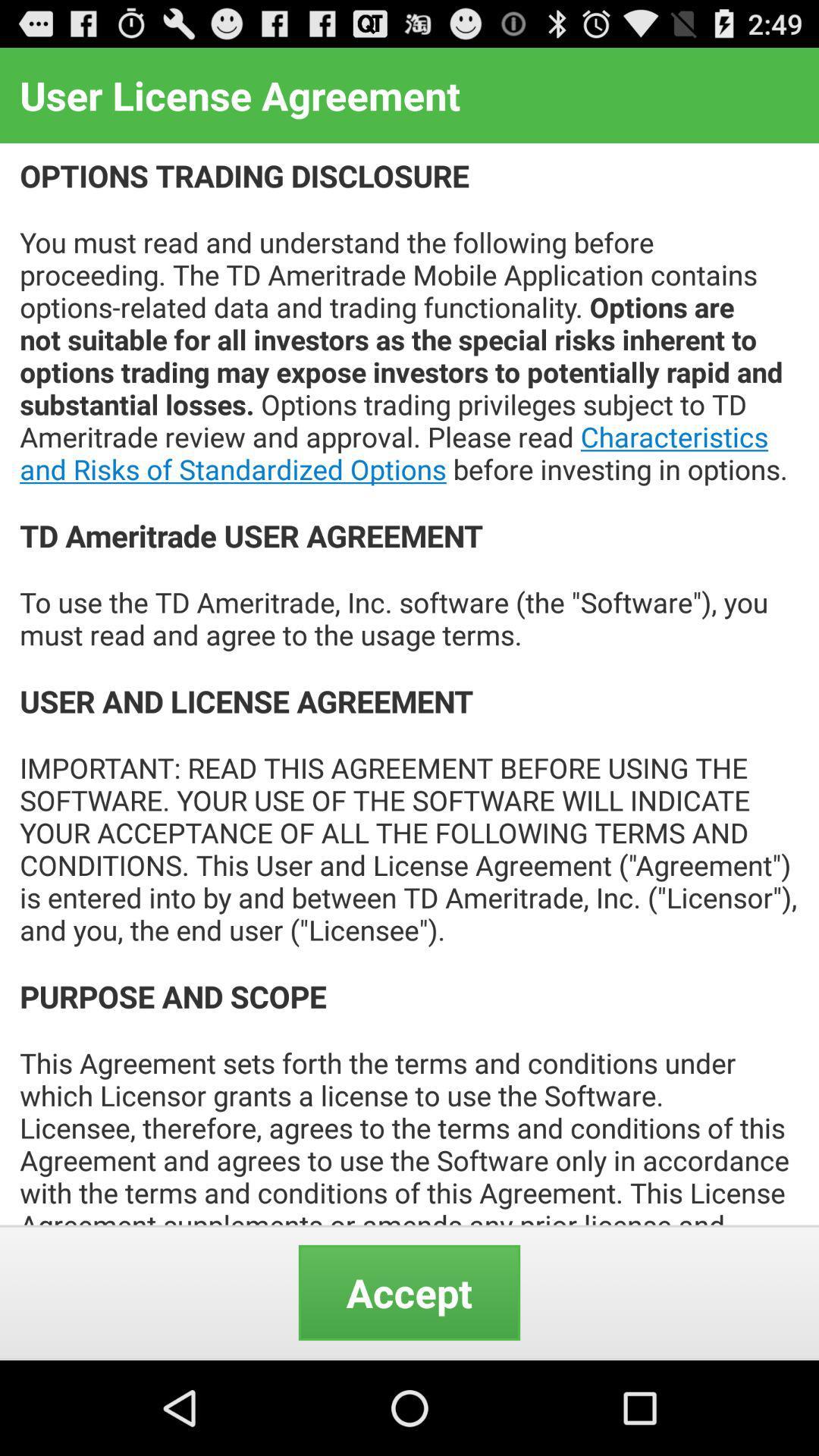 The height and width of the screenshot is (1456, 819). What do you see at coordinates (409, 683) in the screenshot?
I see `options trading disclosure` at bounding box center [409, 683].